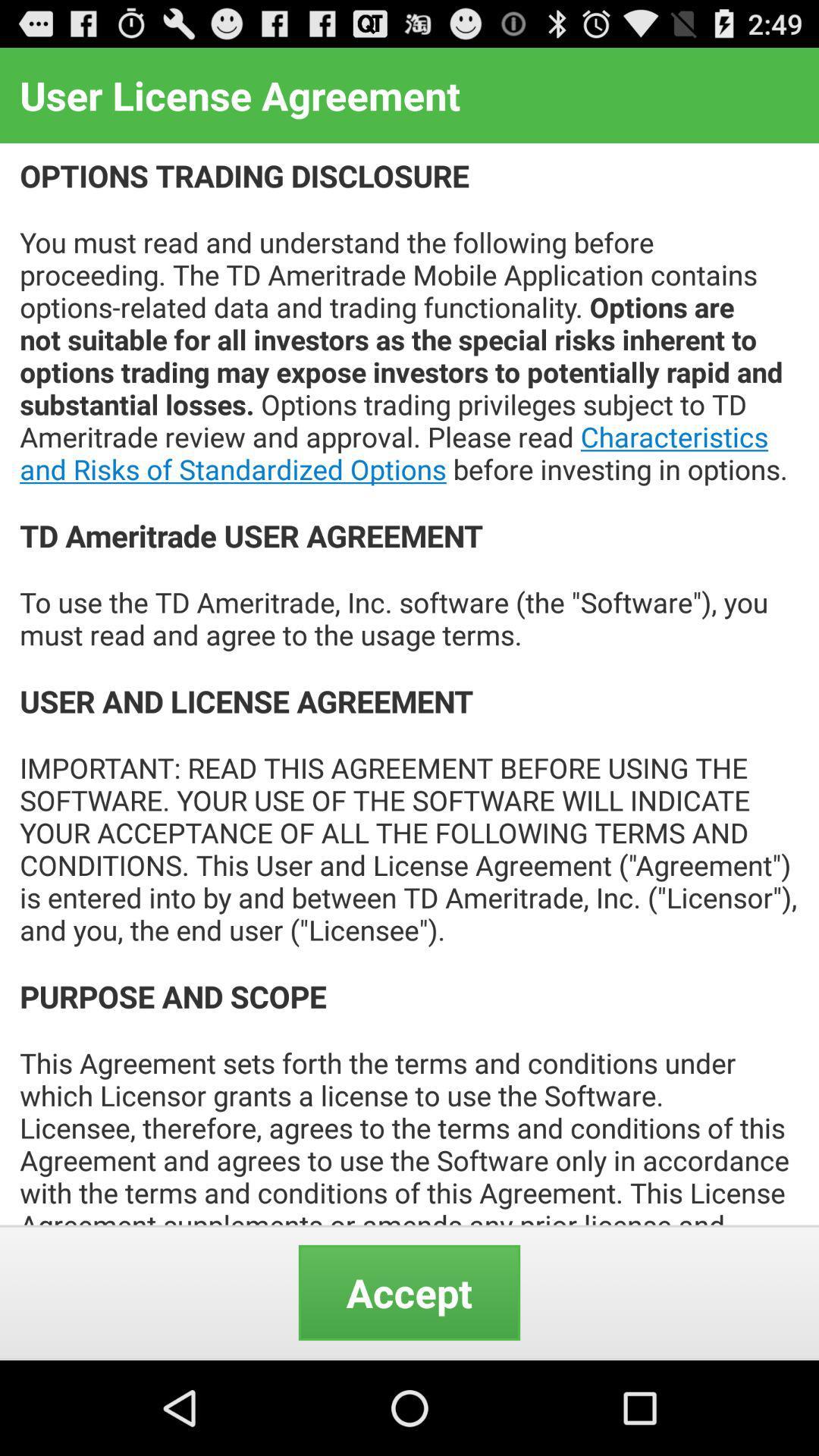 The height and width of the screenshot is (1456, 819). What do you see at coordinates (409, 683) in the screenshot?
I see `options trading disclosure` at bounding box center [409, 683].